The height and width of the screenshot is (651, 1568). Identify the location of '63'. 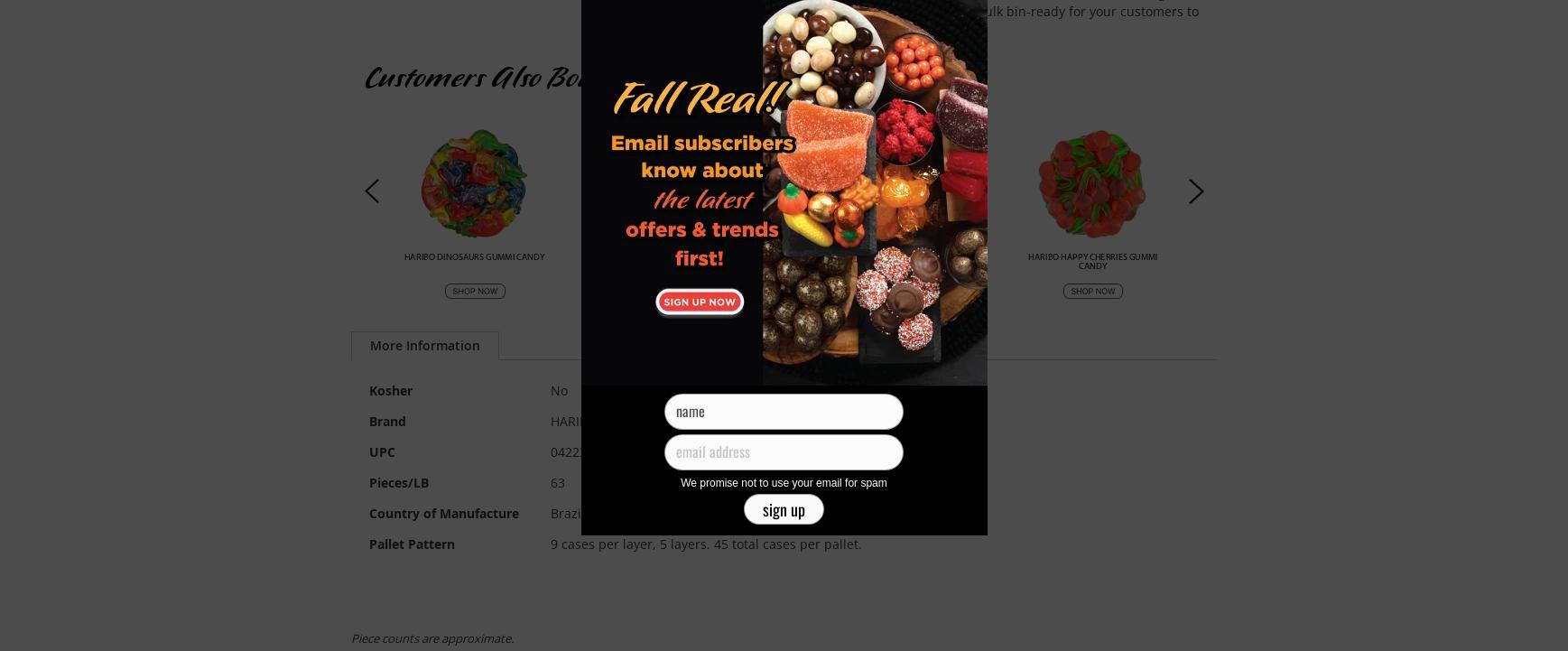
(555, 482).